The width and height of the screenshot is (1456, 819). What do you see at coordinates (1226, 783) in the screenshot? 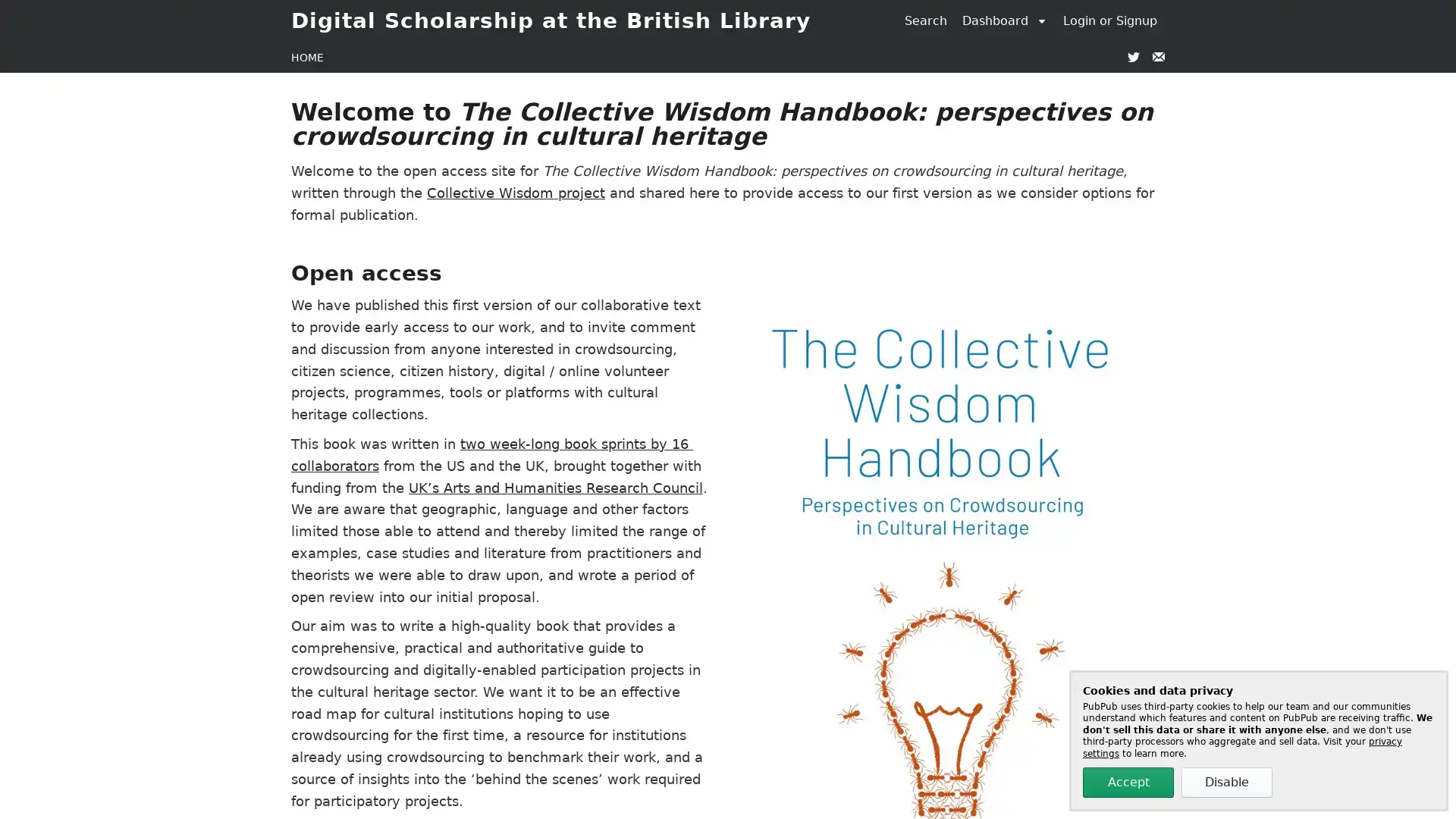
I see `Disable` at bounding box center [1226, 783].